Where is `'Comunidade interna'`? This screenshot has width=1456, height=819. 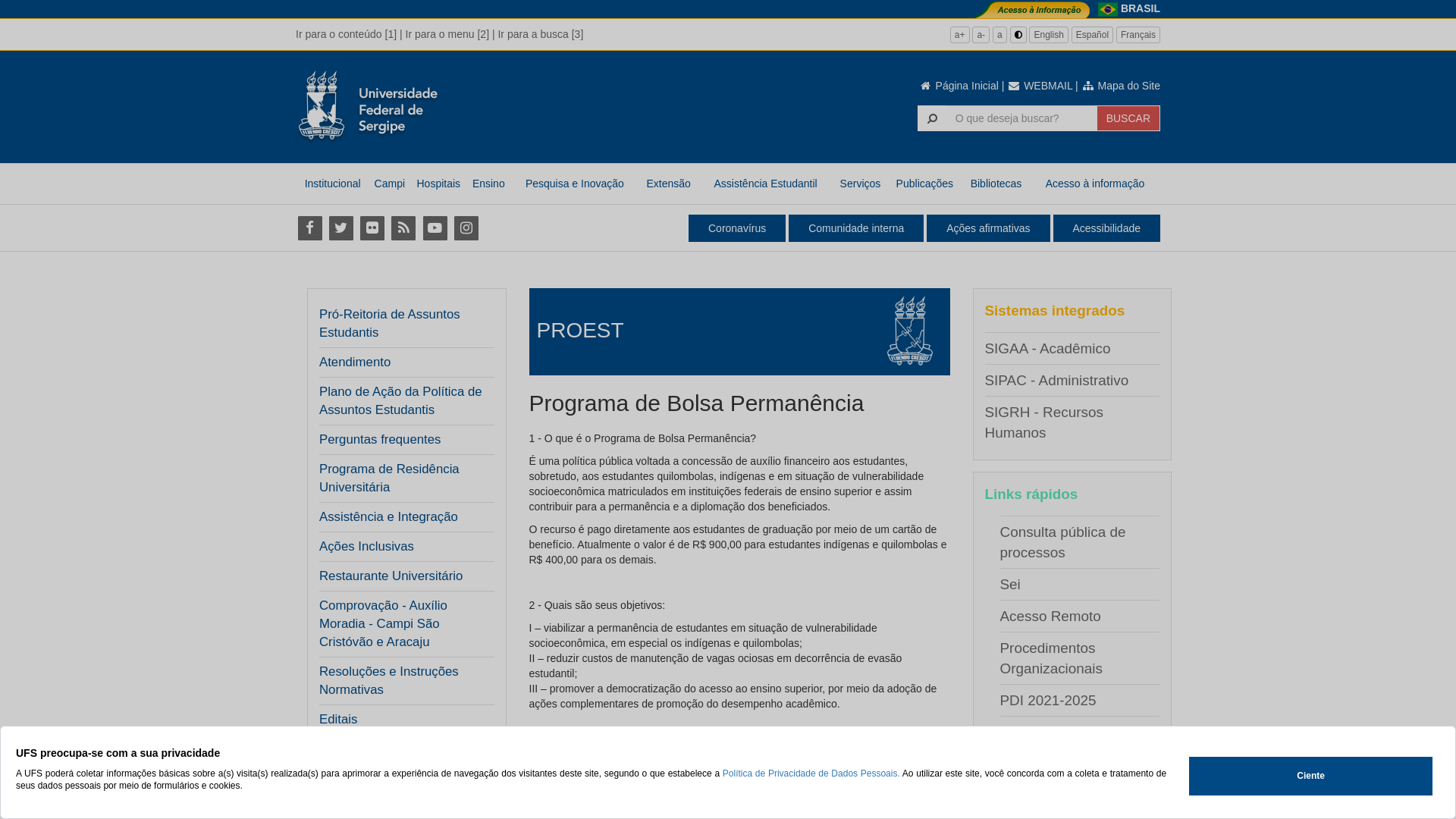 'Comunidade interna' is located at coordinates (855, 227).